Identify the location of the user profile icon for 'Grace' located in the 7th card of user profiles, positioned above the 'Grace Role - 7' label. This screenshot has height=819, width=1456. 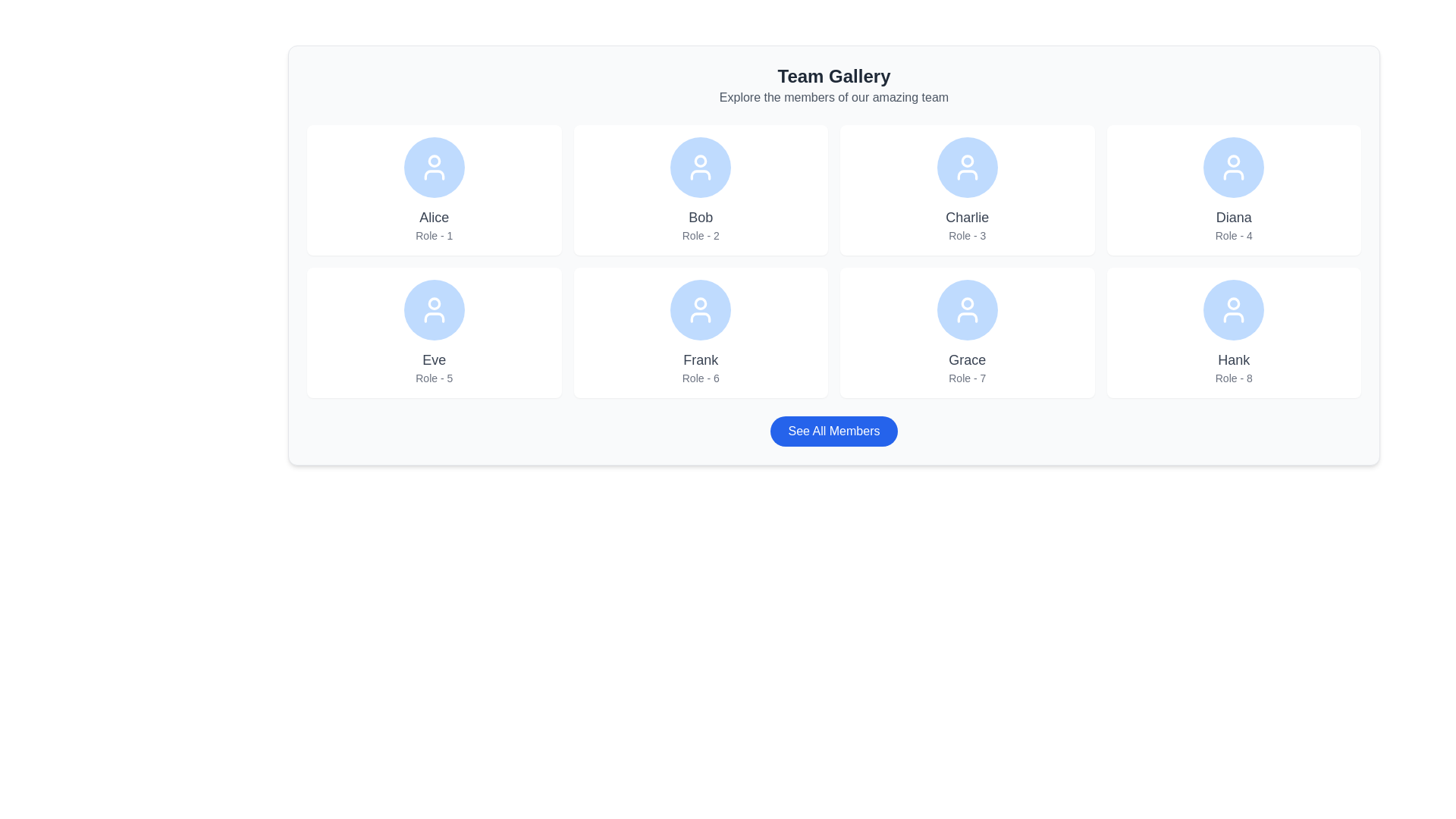
(966, 309).